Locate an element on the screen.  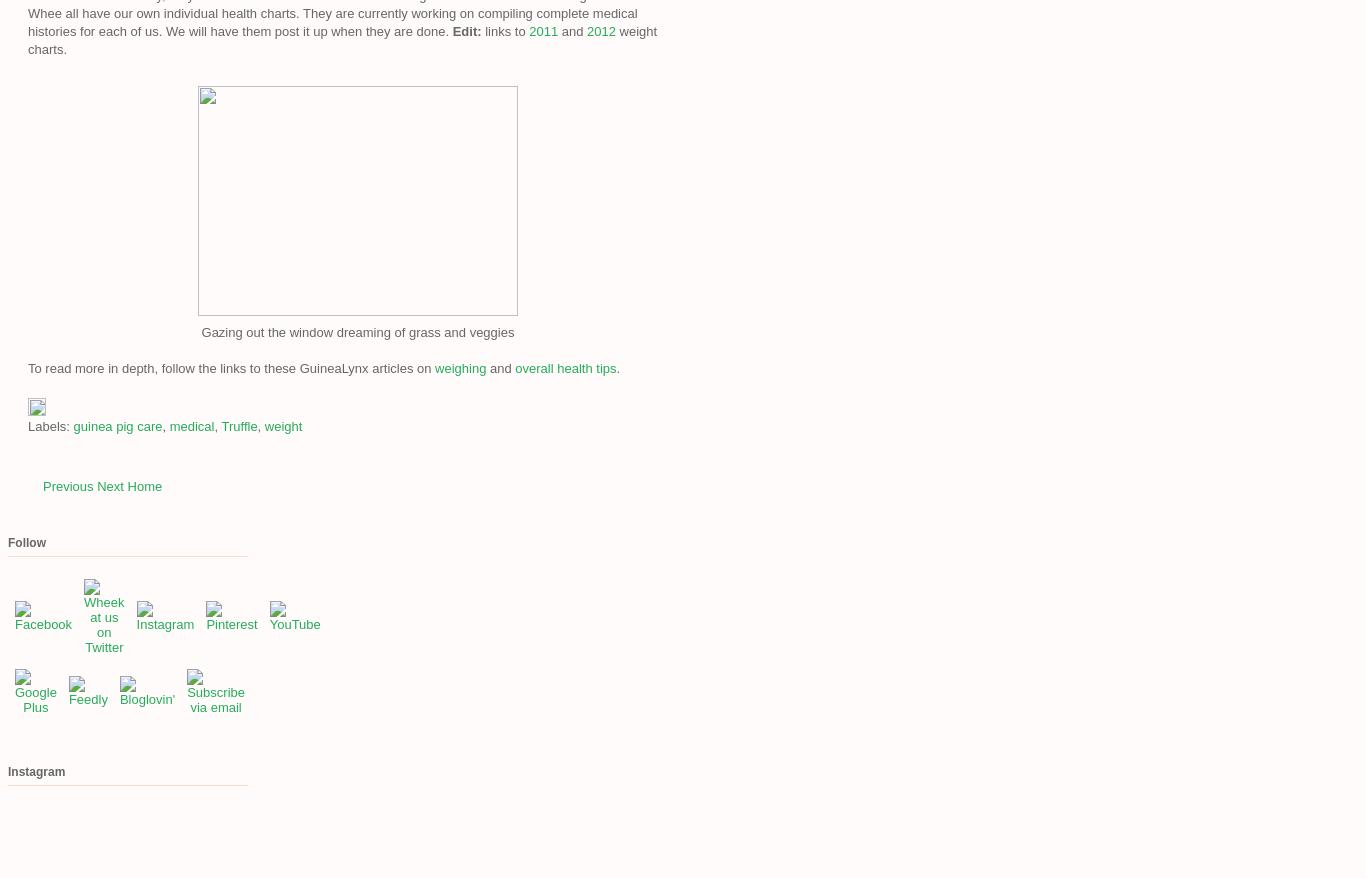
'links to' is located at coordinates (505, 30).